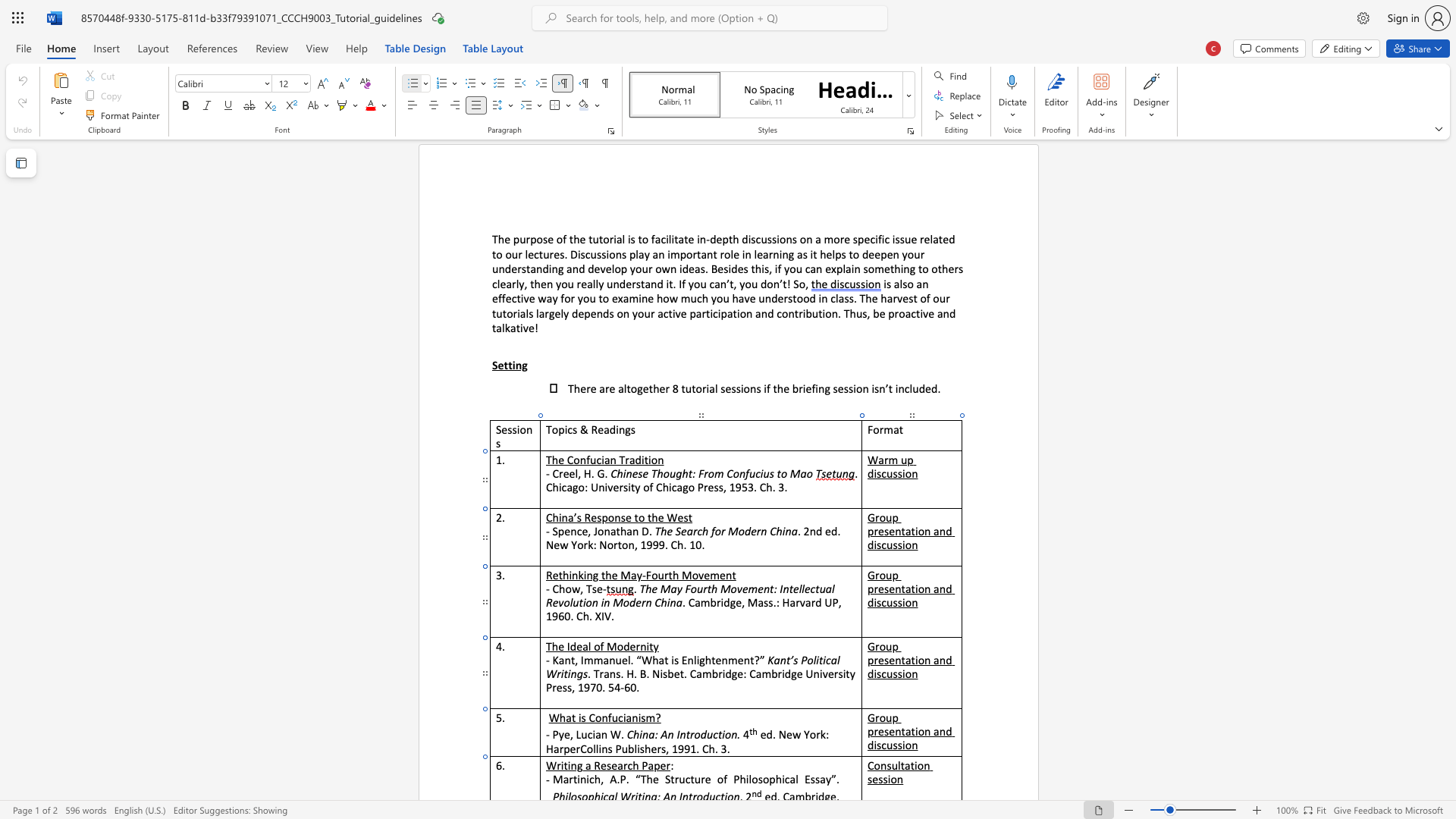  Describe the element at coordinates (635, 765) in the screenshot. I see `the 1th character "h" in the text` at that location.